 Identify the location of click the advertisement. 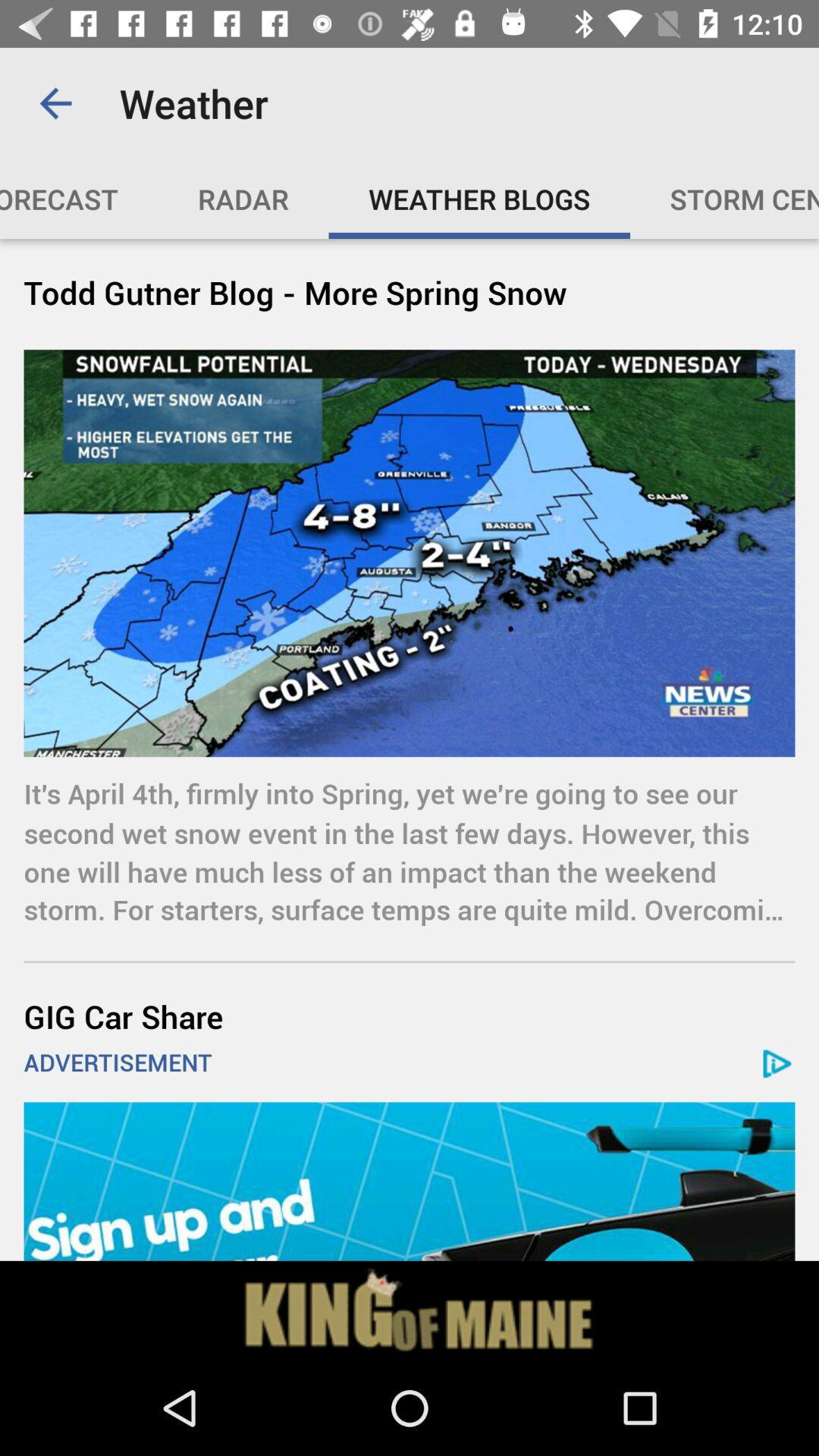
(409, 1310).